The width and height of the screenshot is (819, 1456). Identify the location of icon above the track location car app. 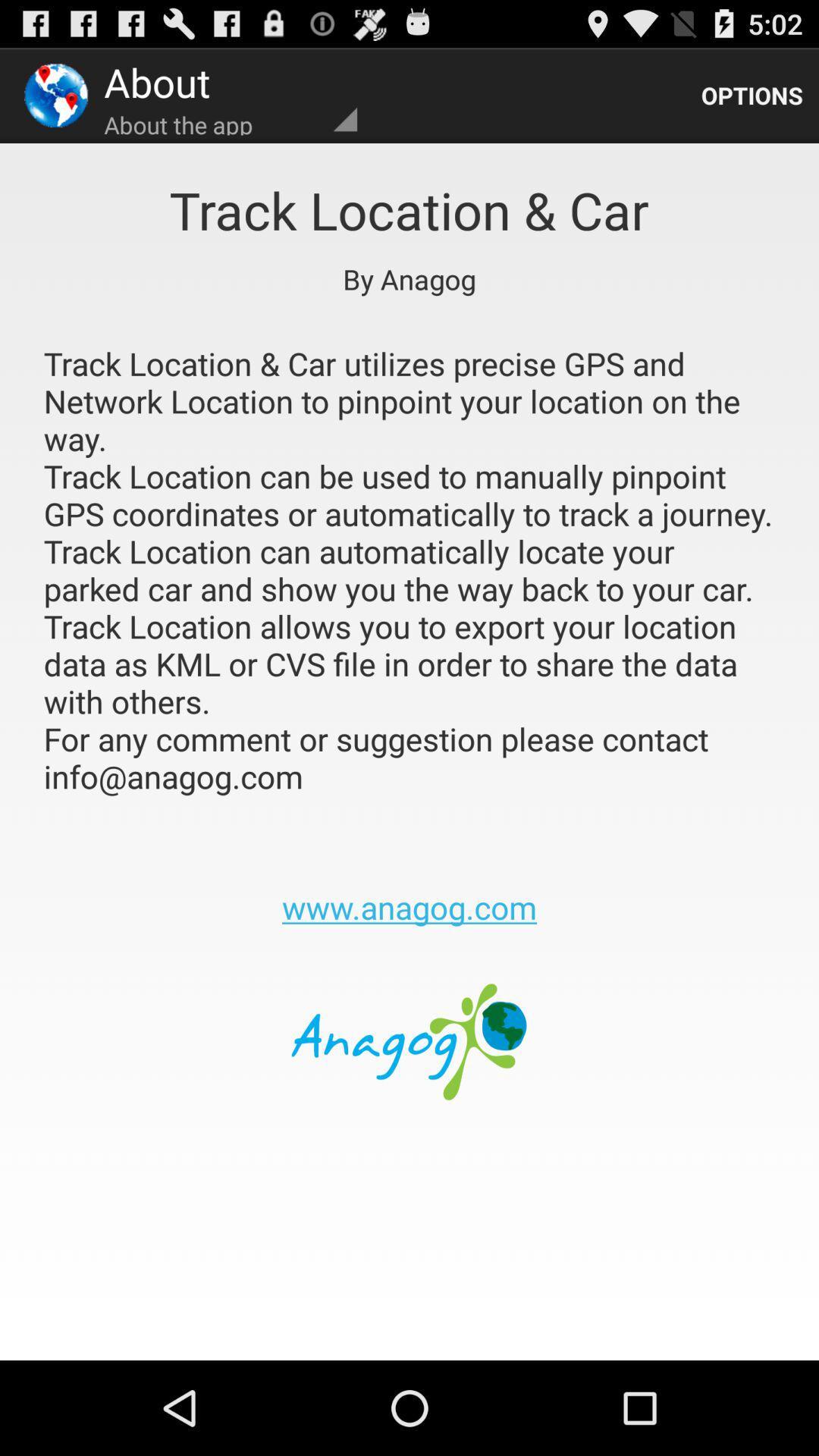
(752, 94).